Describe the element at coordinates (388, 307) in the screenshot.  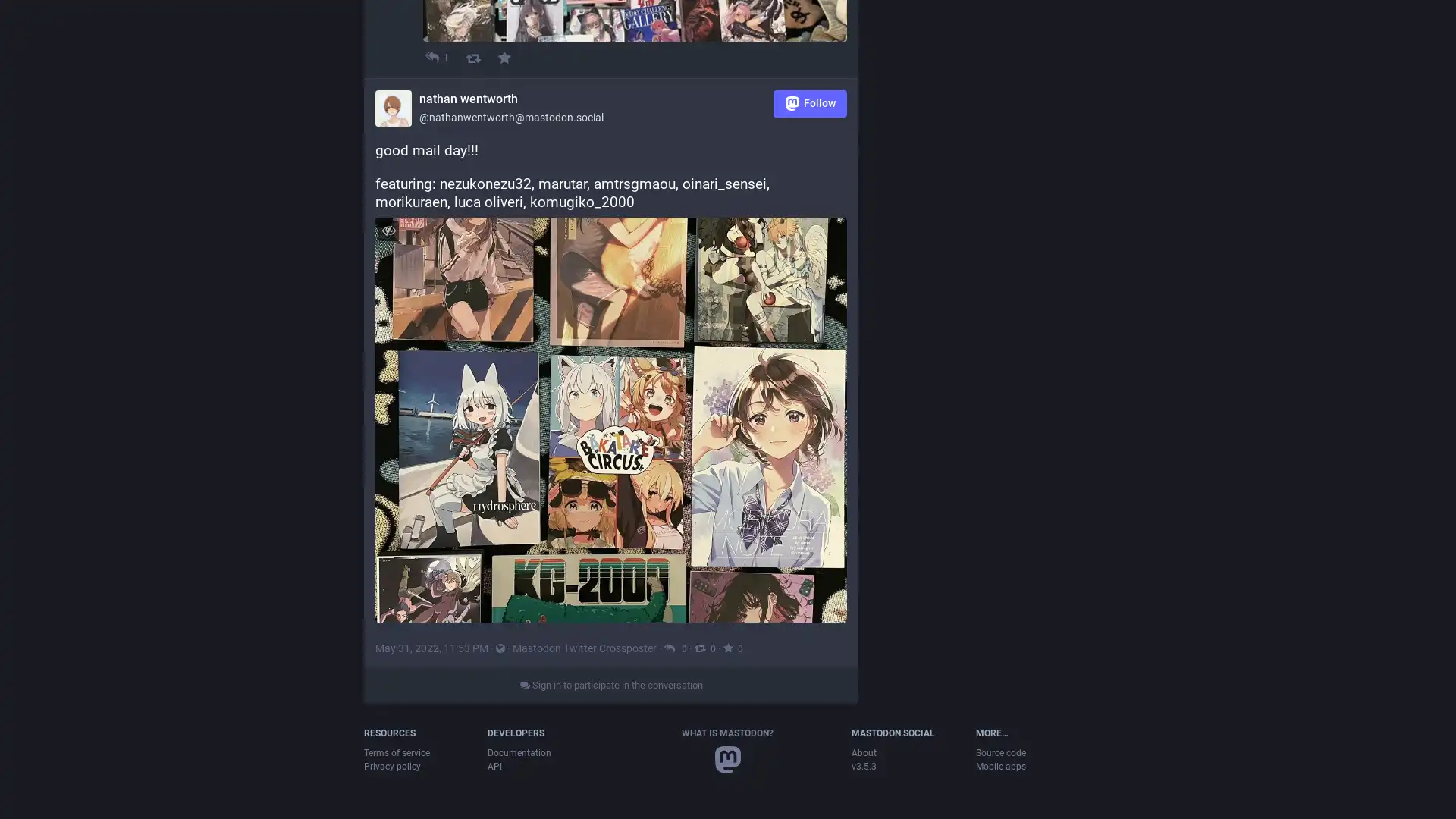
I see `Hide image` at that location.